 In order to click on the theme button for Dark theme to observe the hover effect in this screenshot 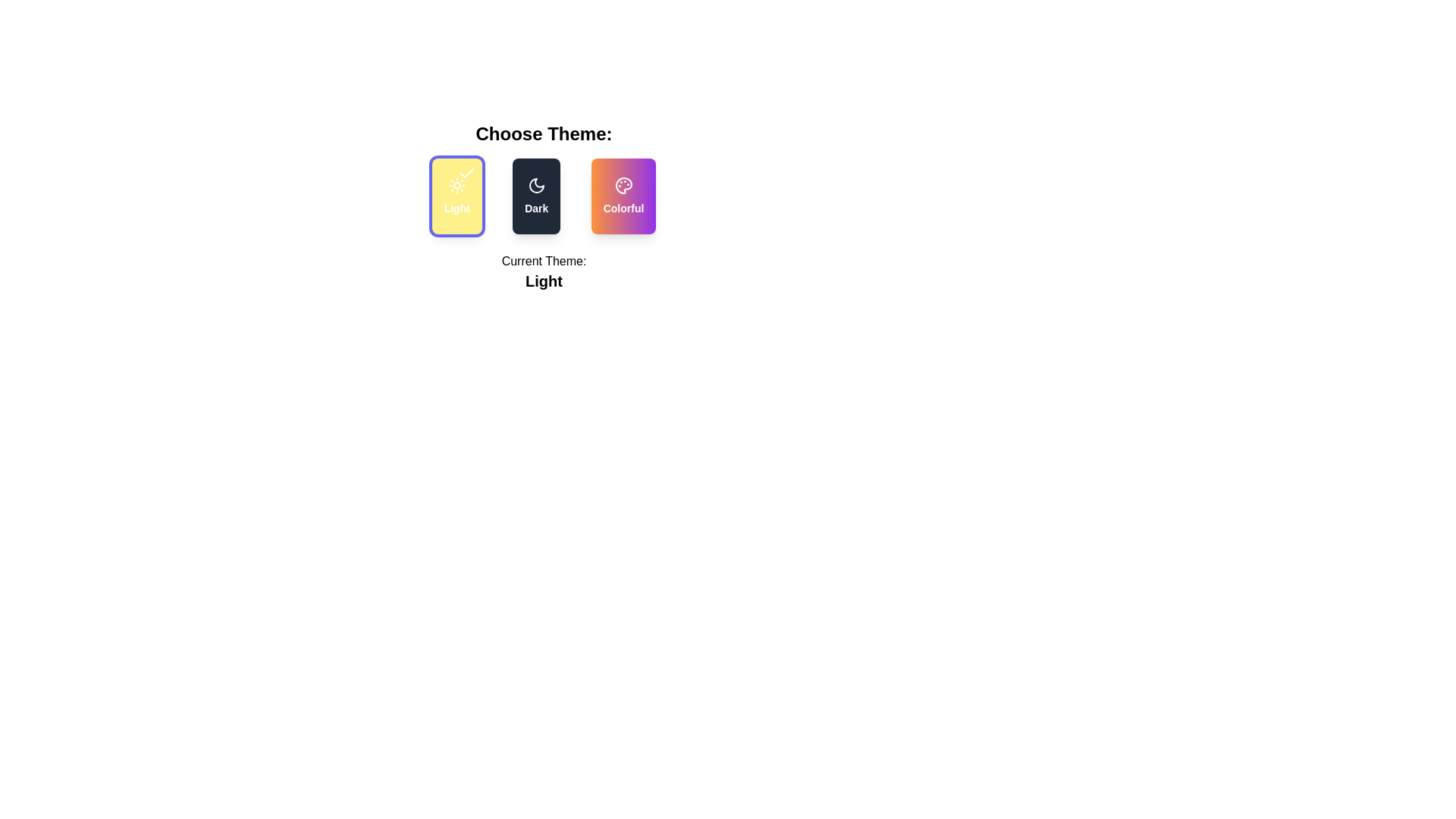, I will do `click(536, 195)`.